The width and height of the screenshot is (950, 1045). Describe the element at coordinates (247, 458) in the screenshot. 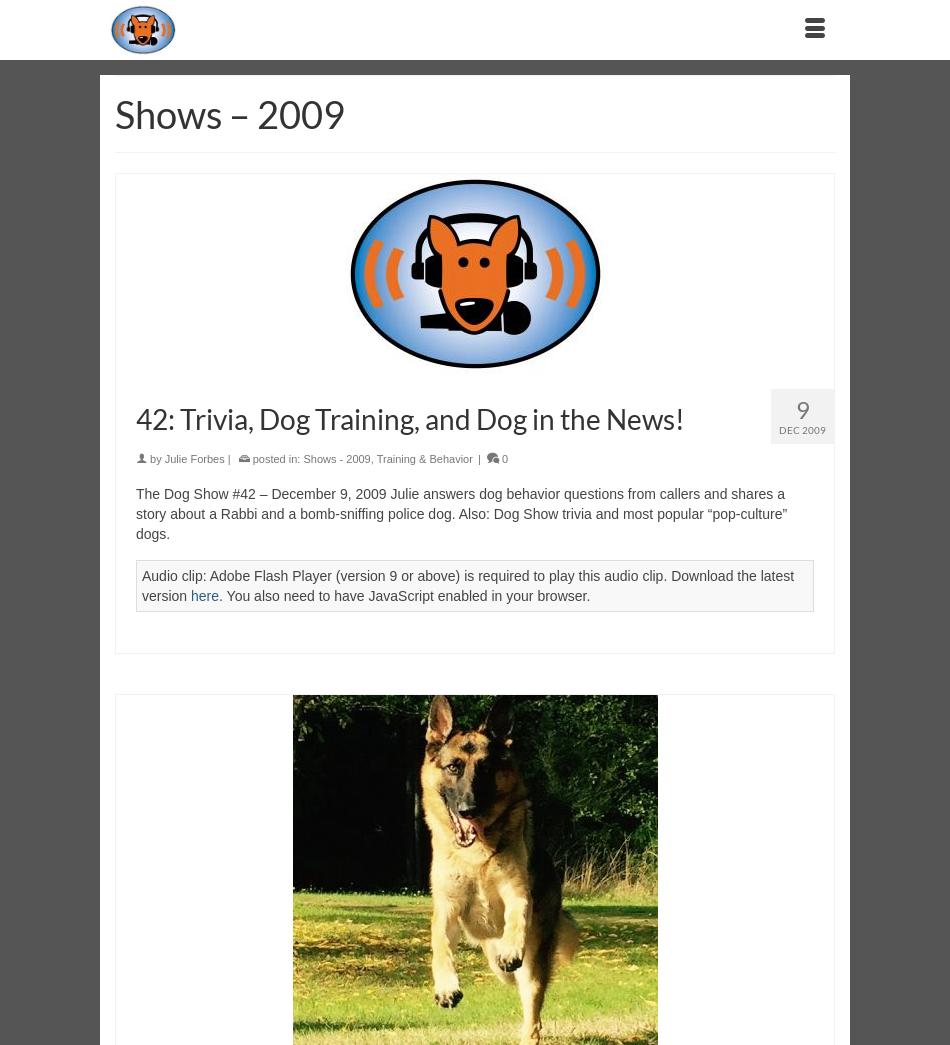

I see `'posted in:'` at that location.